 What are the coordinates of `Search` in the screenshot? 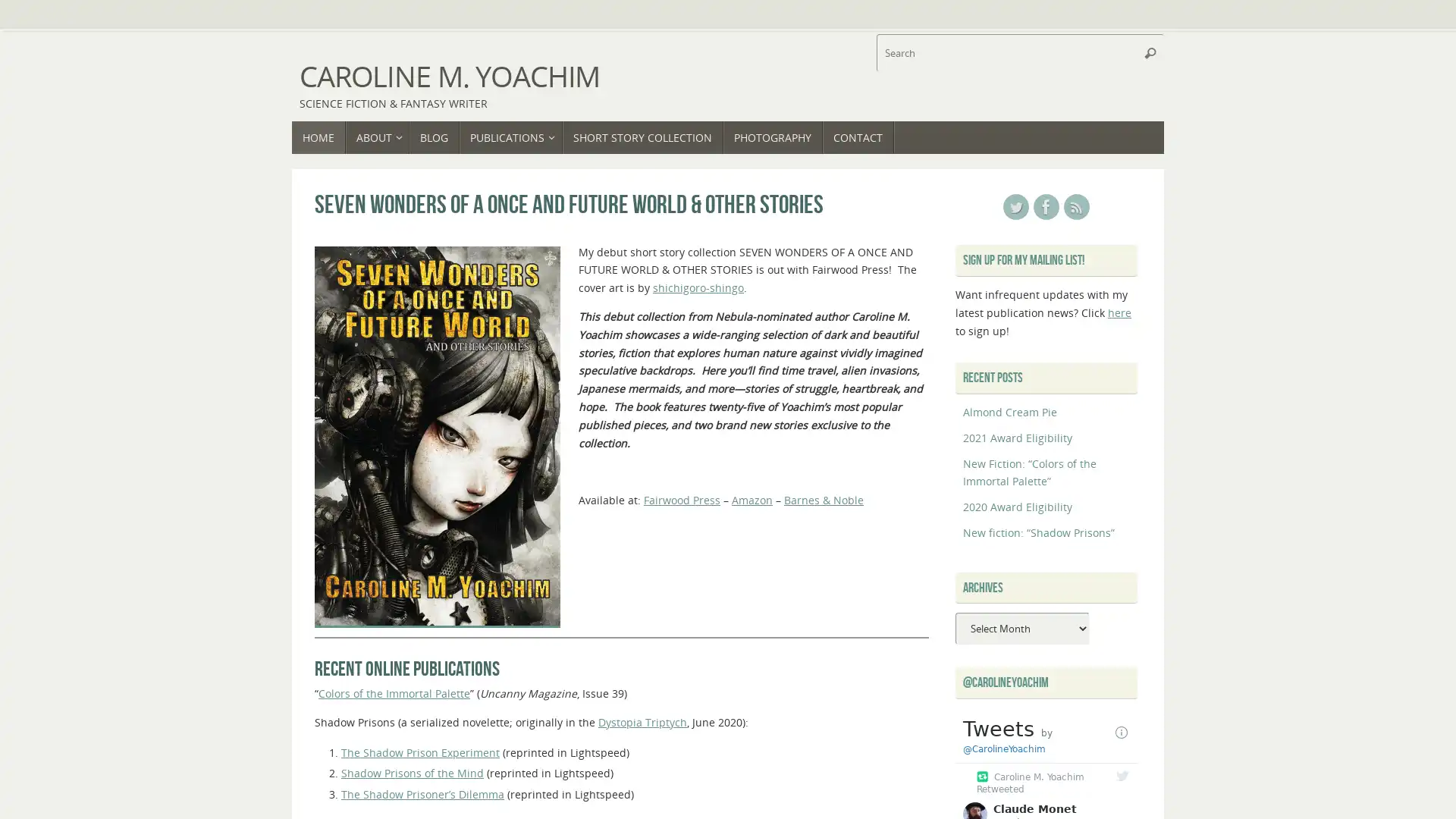 It's located at (1150, 52).